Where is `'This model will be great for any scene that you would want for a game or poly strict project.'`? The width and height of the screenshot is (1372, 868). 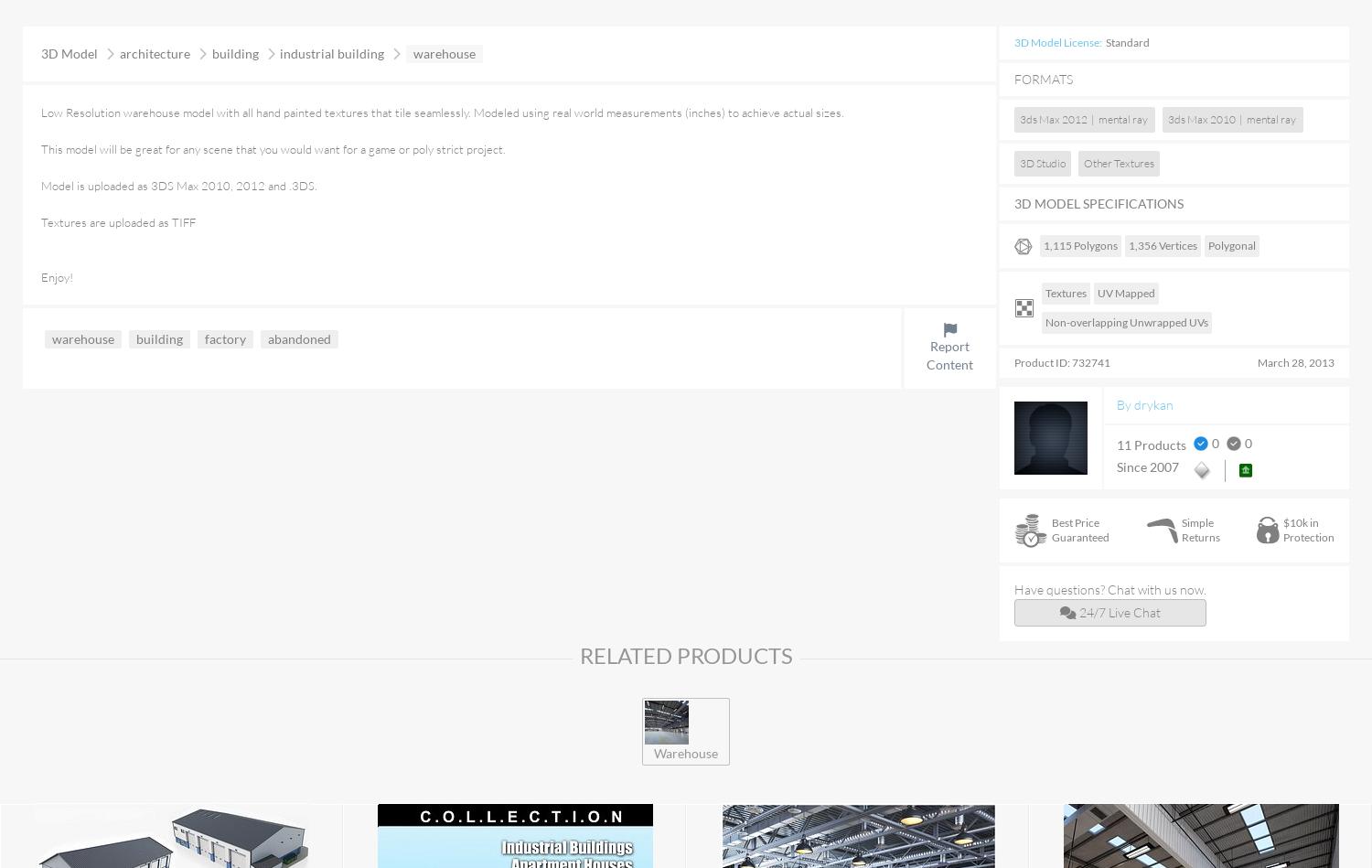
'This model will be great for any scene that you would want for a game or poly strict project.' is located at coordinates (273, 148).